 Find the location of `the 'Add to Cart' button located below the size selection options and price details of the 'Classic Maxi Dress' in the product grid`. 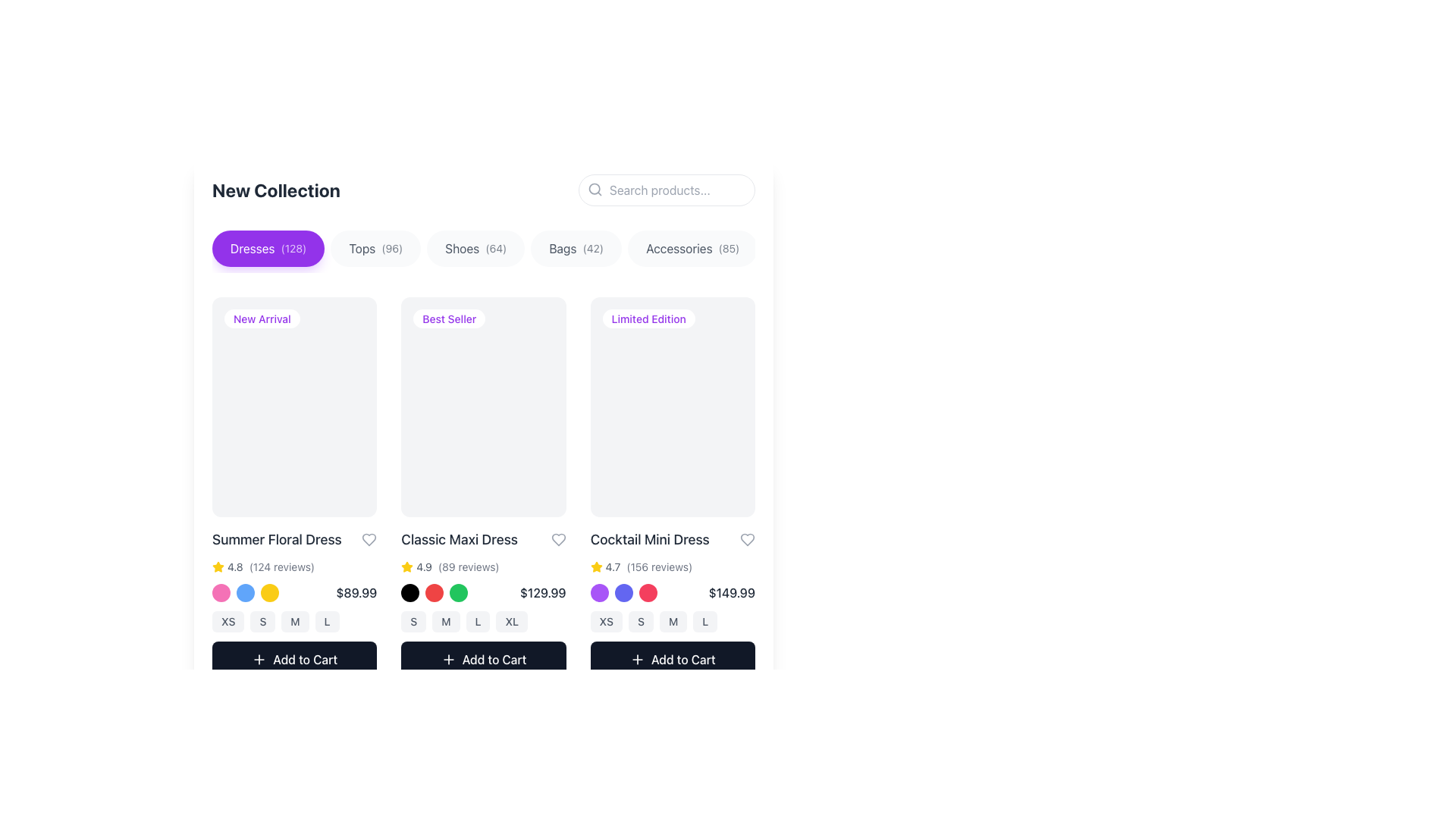

the 'Add to Cart' button located below the size selection options and price details of the 'Classic Maxi Dress' in the product grid is located at coordinates (483, 658).